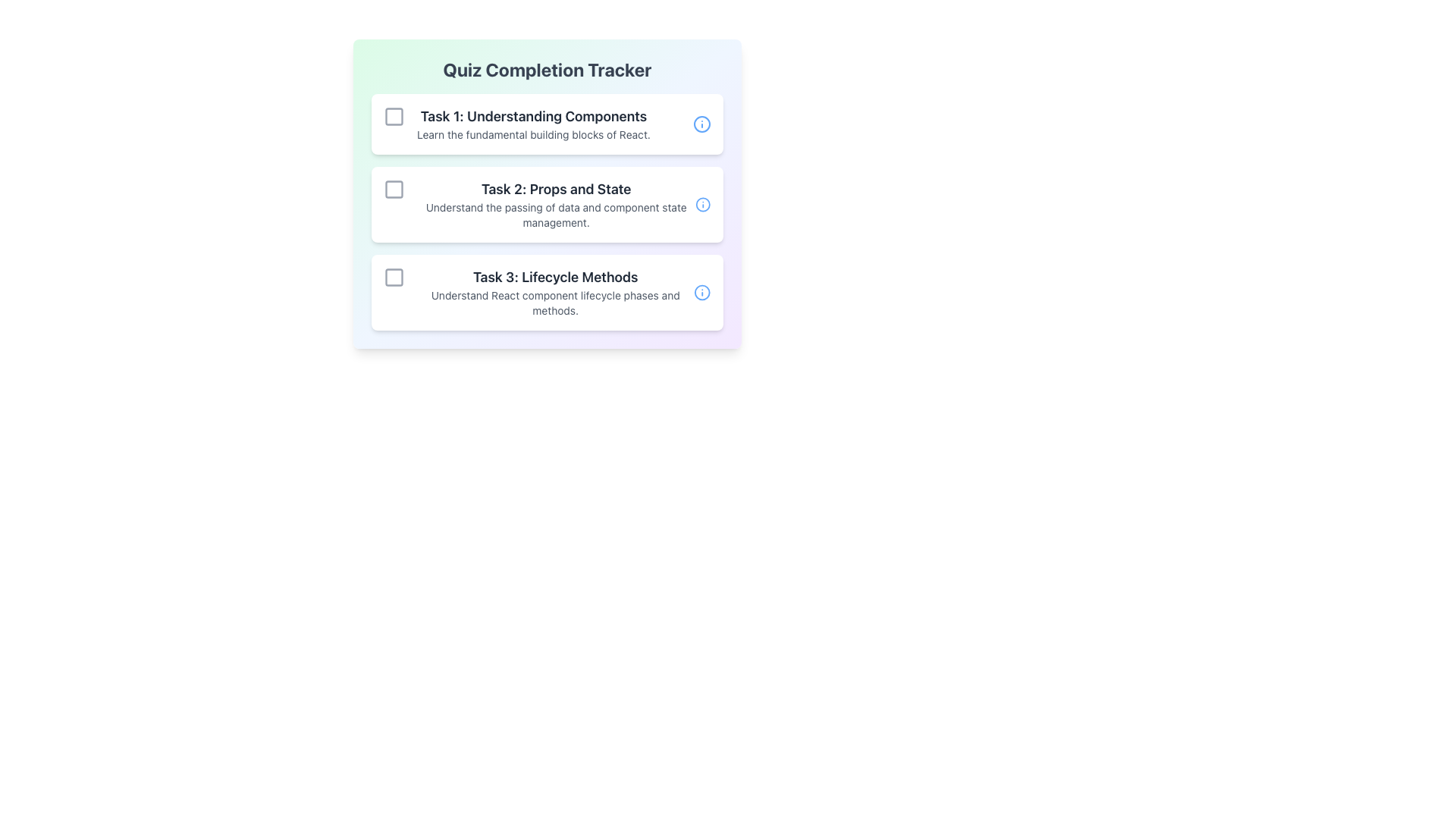  What do you see at coordinates (554, 303) in the screenshot?
I see `the static textual content that provides a detailed description for 'Task 3: Lifecycle Methods', which is located centrally below the section title in the third section of the vertical list` at bounding box center [554, 303].